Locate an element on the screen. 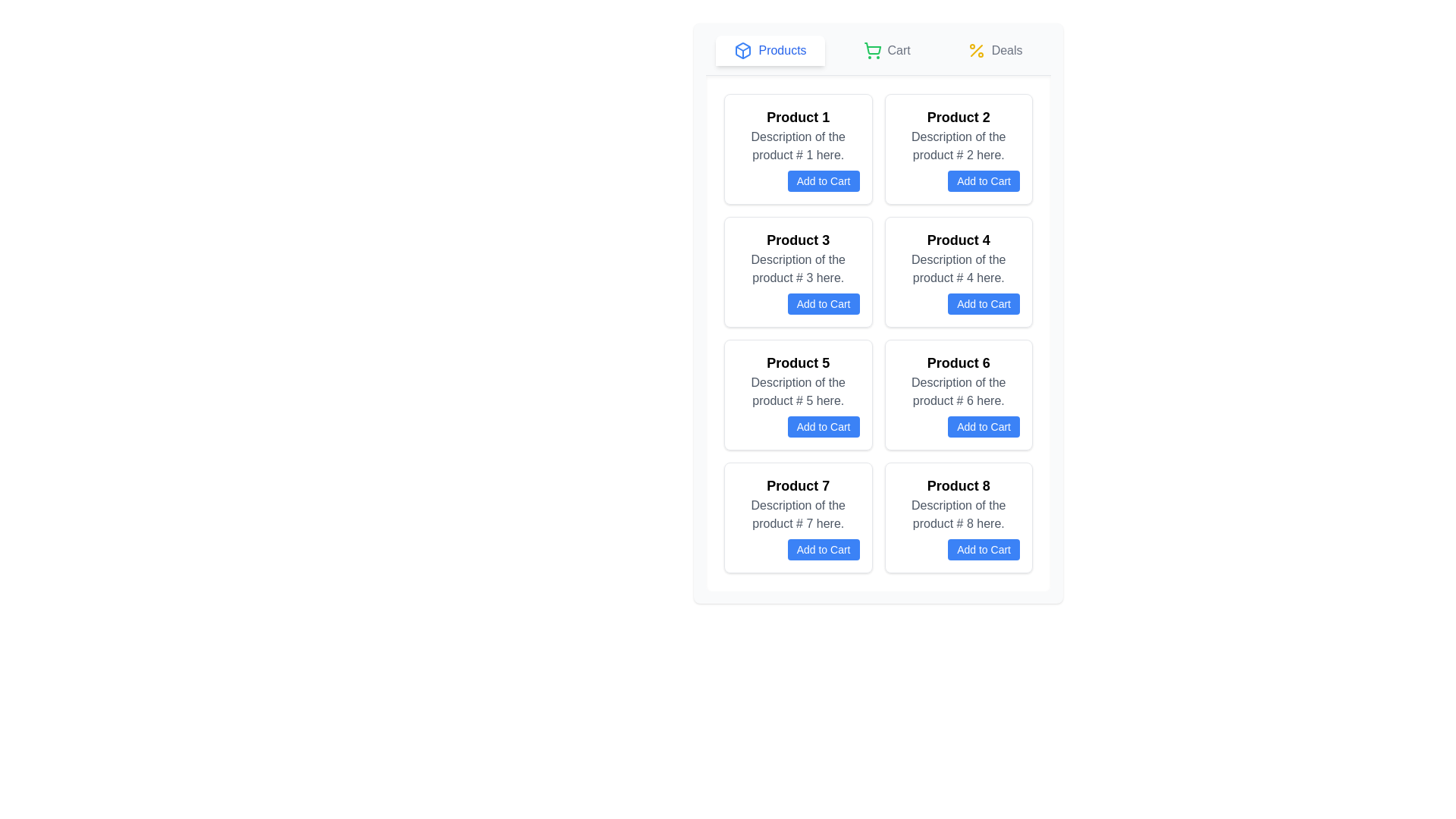 This screenshot has width=1456, height=819. the static text label that provides a brief description of 'Product 7', located centrally within the product card, below the title and above the 'Add to Cart' button is located at coordinates (797, 513).